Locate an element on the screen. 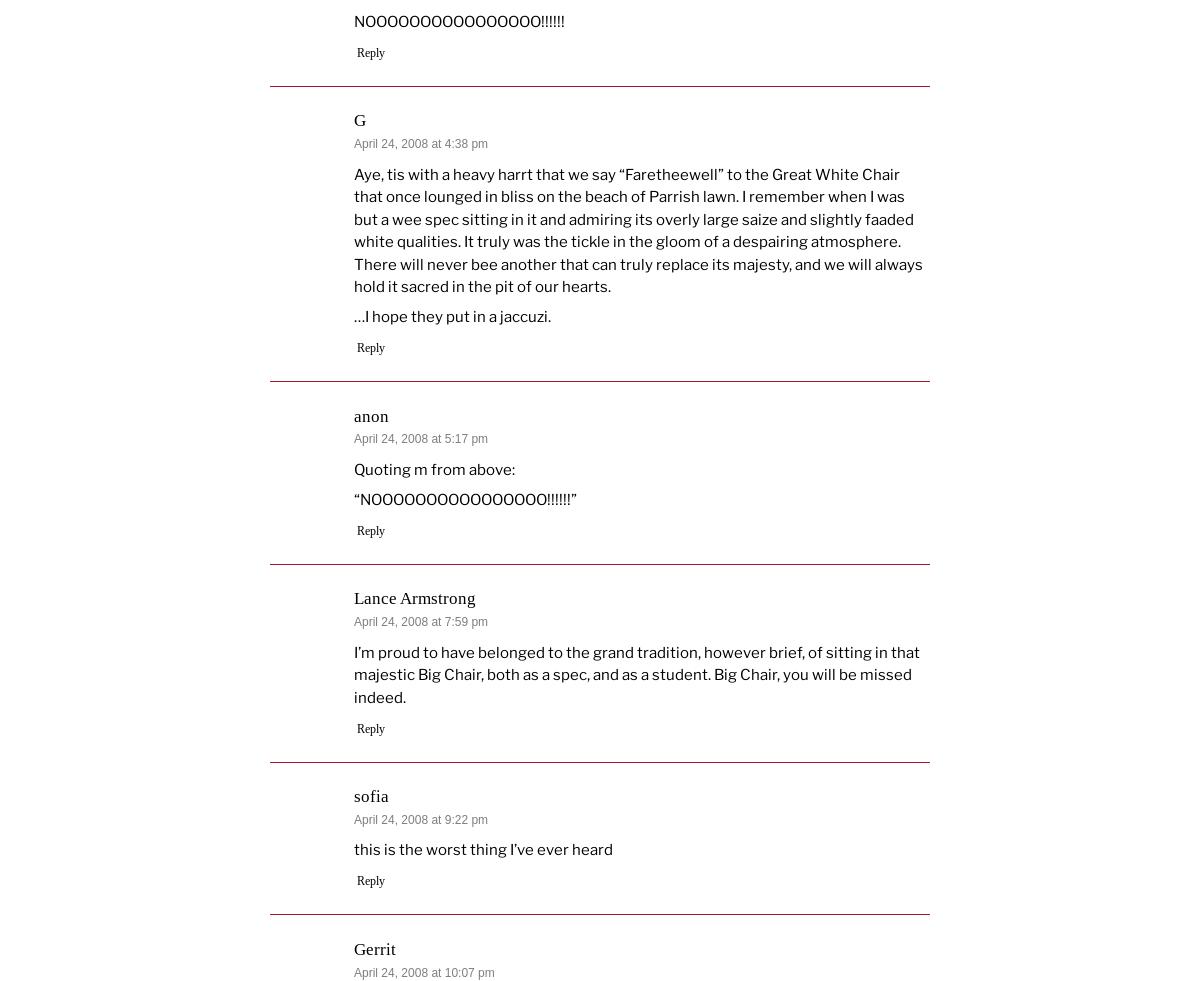 This screenshot has height=981, width=1200. 'Quoting m from above:' is located at coordinates (434, 468).